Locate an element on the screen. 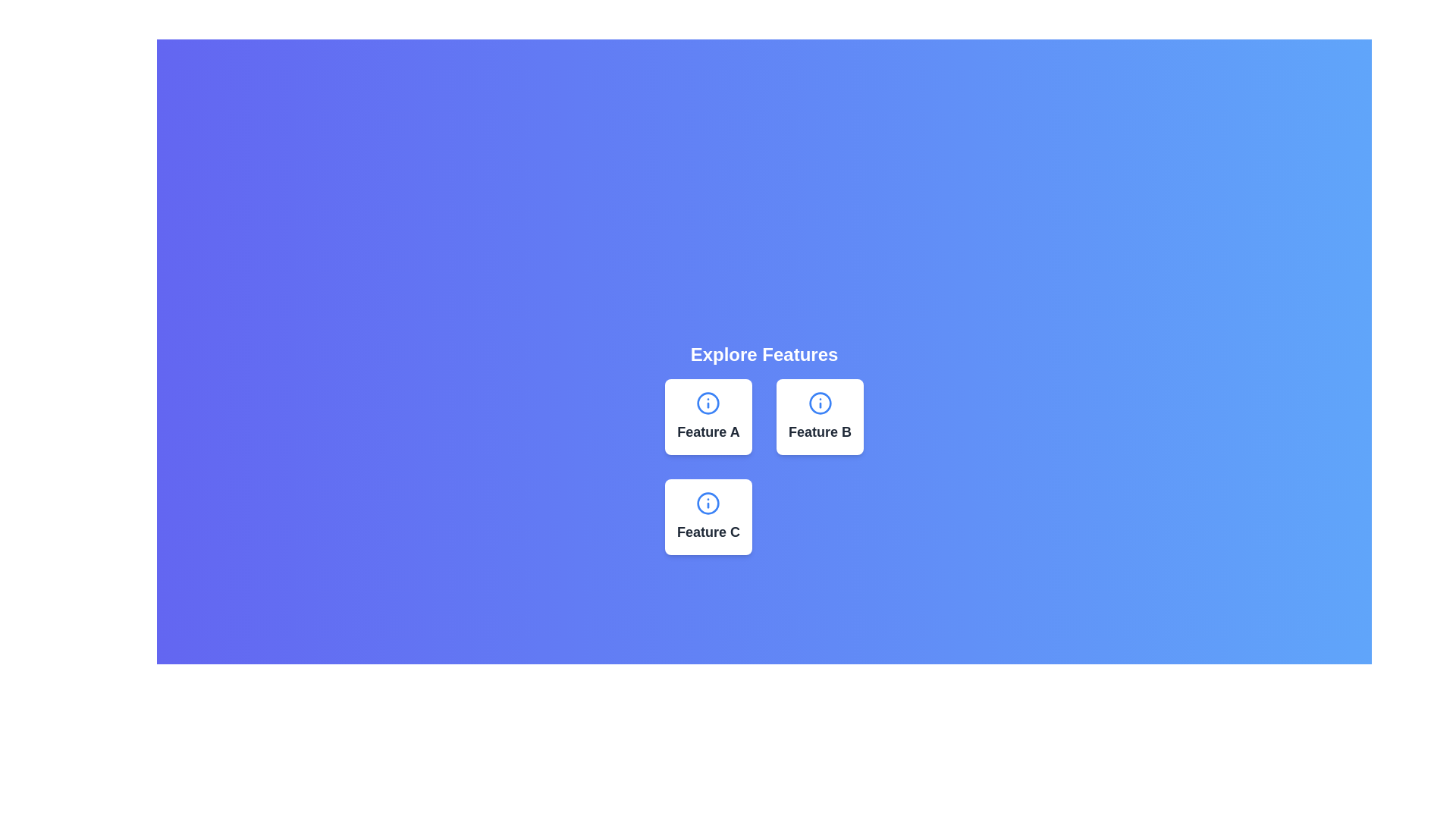 The image size is (1456, 819). the interactive feature card labeled 'Feature A', which is the first card in a grid of three cards arranged in two rows is located at coordinates (708, 417).